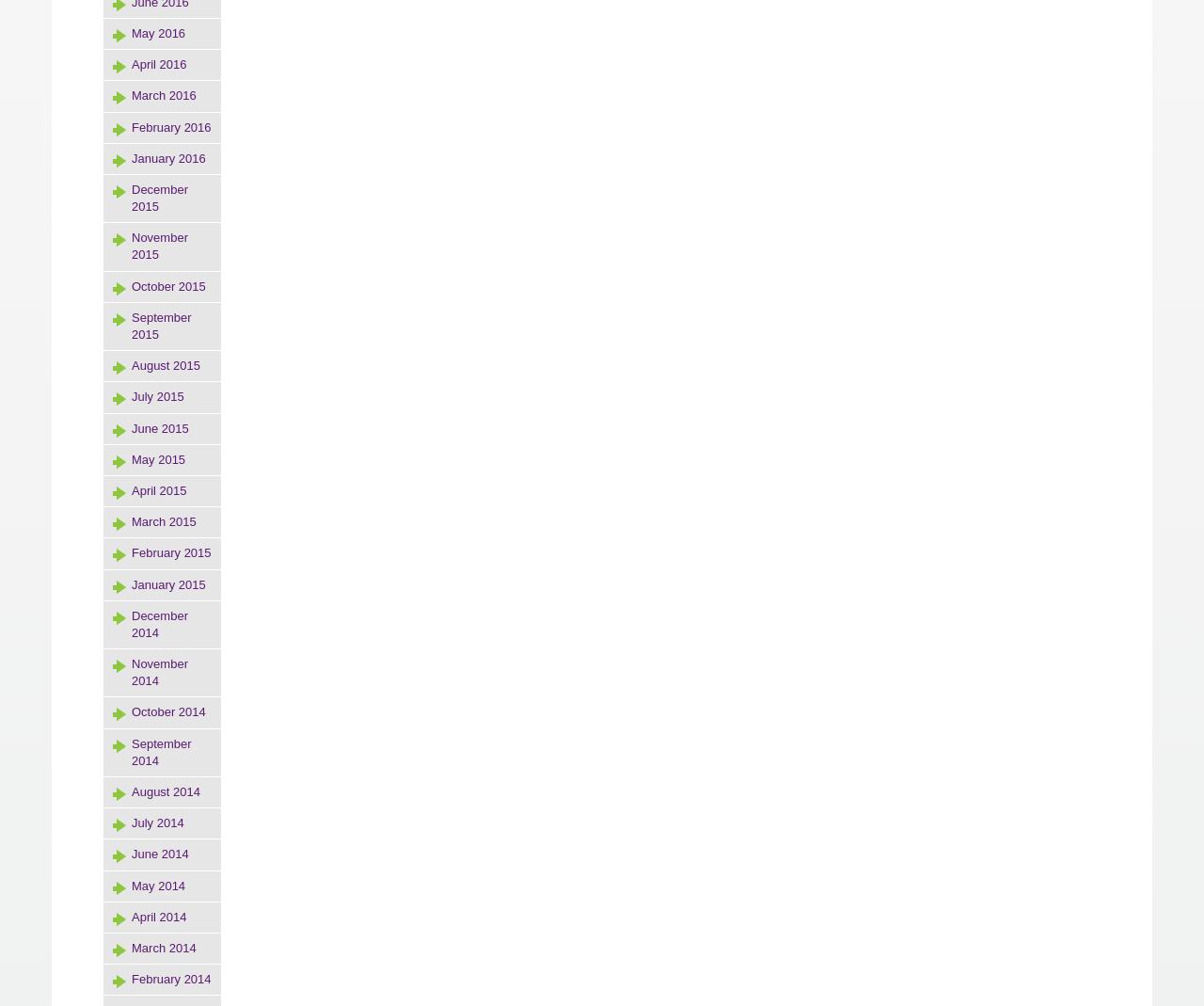  What do you see at coordinates (167, 711) in the screenshot?
I see `'October 2014'` at bounding box center [167, 711].